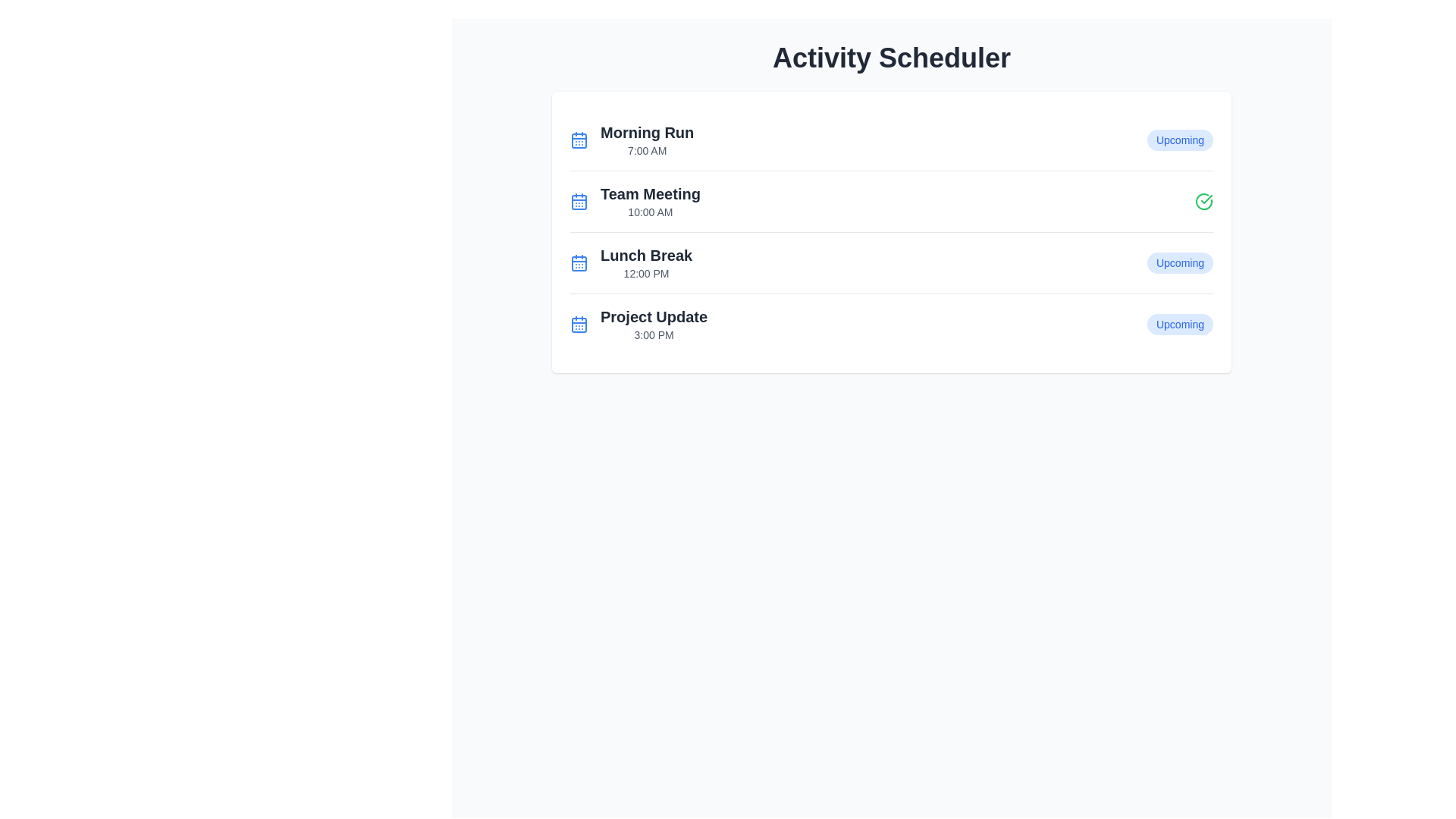 Image resolution: width=1456 pixels, height=819 pixels. Describe the element at coordinates (1203, 201) in the screenshot. I see `the circular outline of the green checkmark icon that signifies a completed or selected status for the 'Team Meeting' task` at that location.